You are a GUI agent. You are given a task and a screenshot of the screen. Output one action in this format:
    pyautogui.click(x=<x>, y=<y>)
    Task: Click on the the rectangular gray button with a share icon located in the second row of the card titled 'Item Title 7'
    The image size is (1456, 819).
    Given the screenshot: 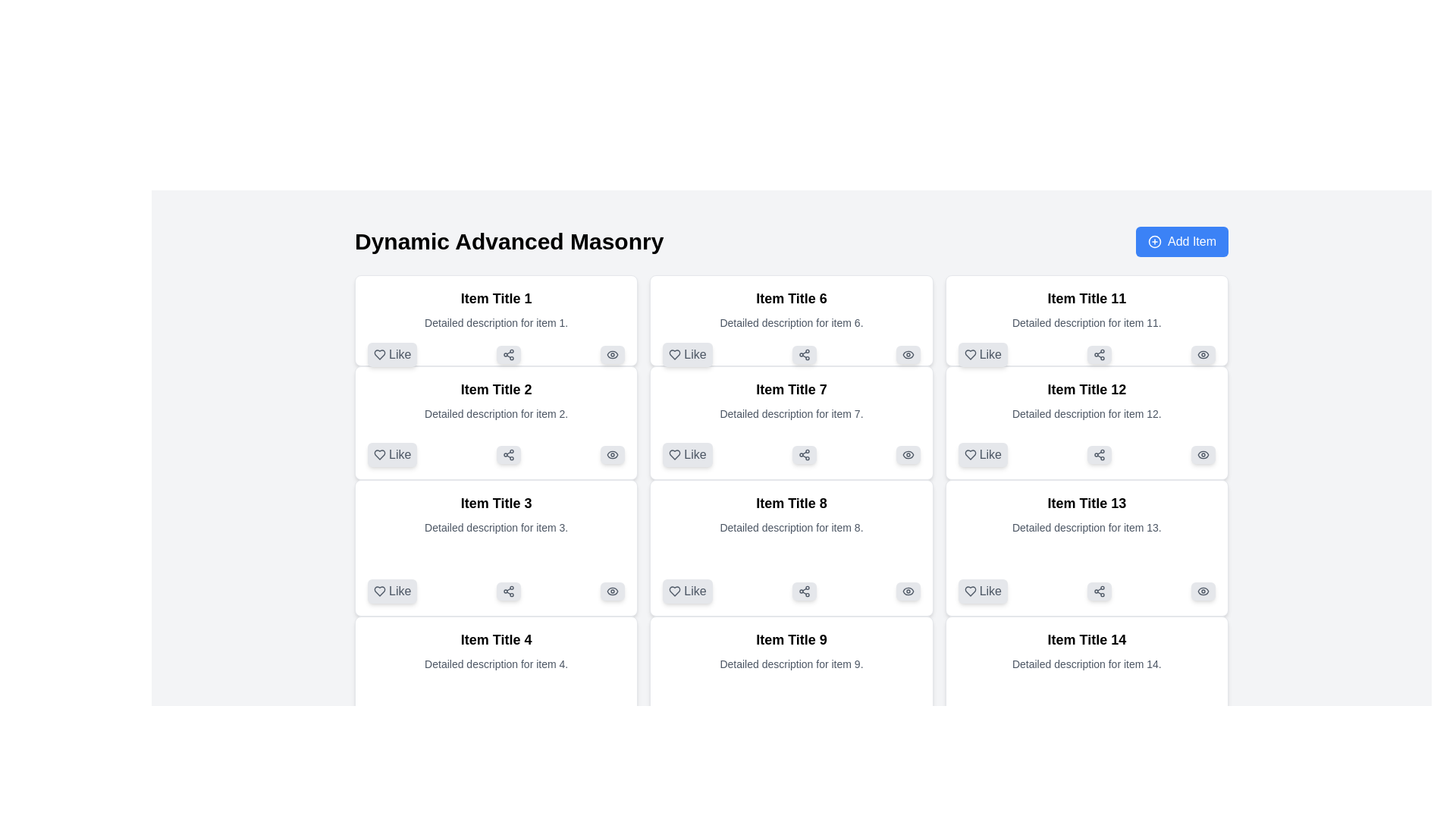 What is the action you would take?
    pyautogui.click(x=790, y=454)
    